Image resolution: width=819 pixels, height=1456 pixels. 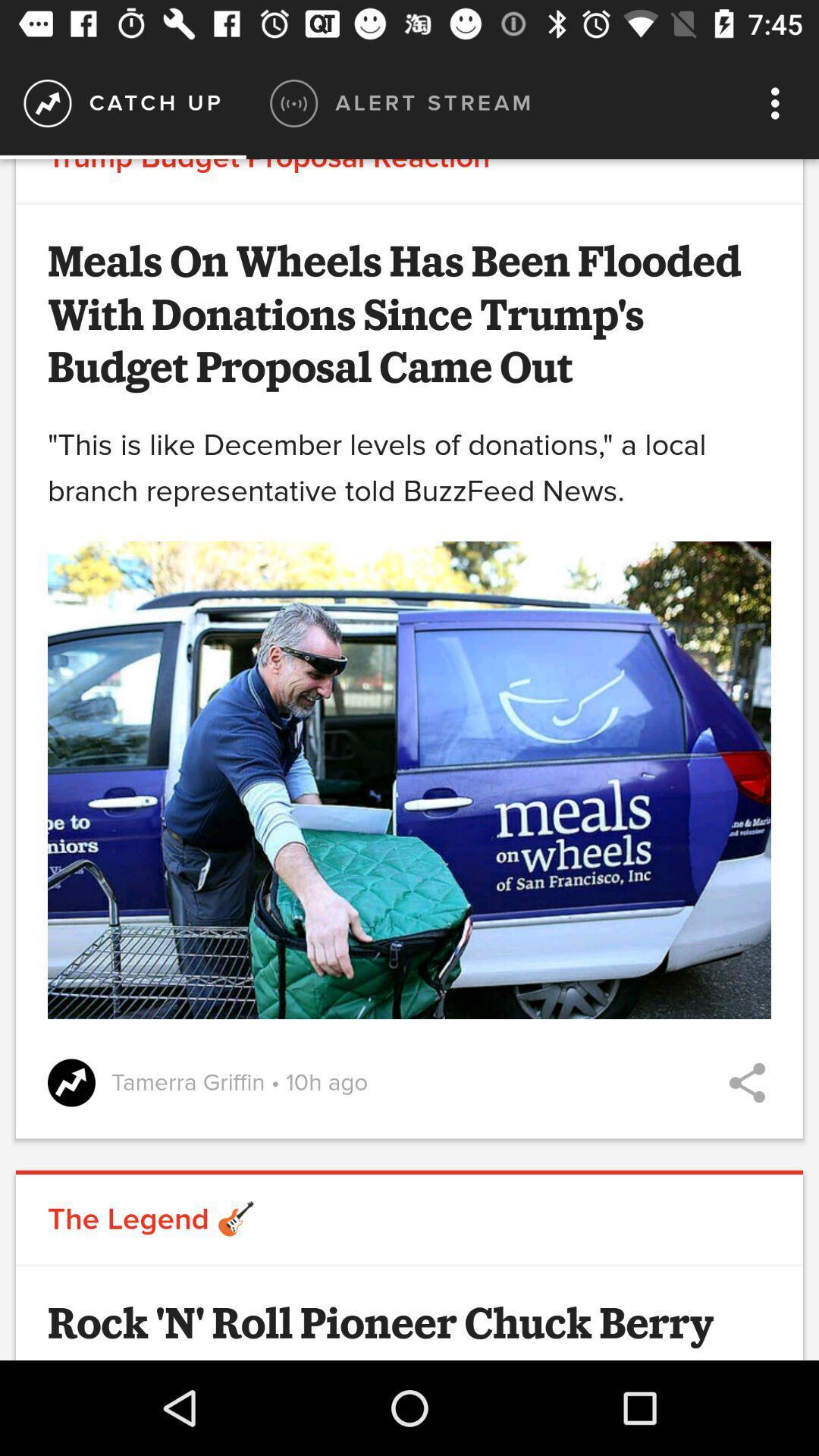 I want to click on share article, so click(x=746, y=1081).